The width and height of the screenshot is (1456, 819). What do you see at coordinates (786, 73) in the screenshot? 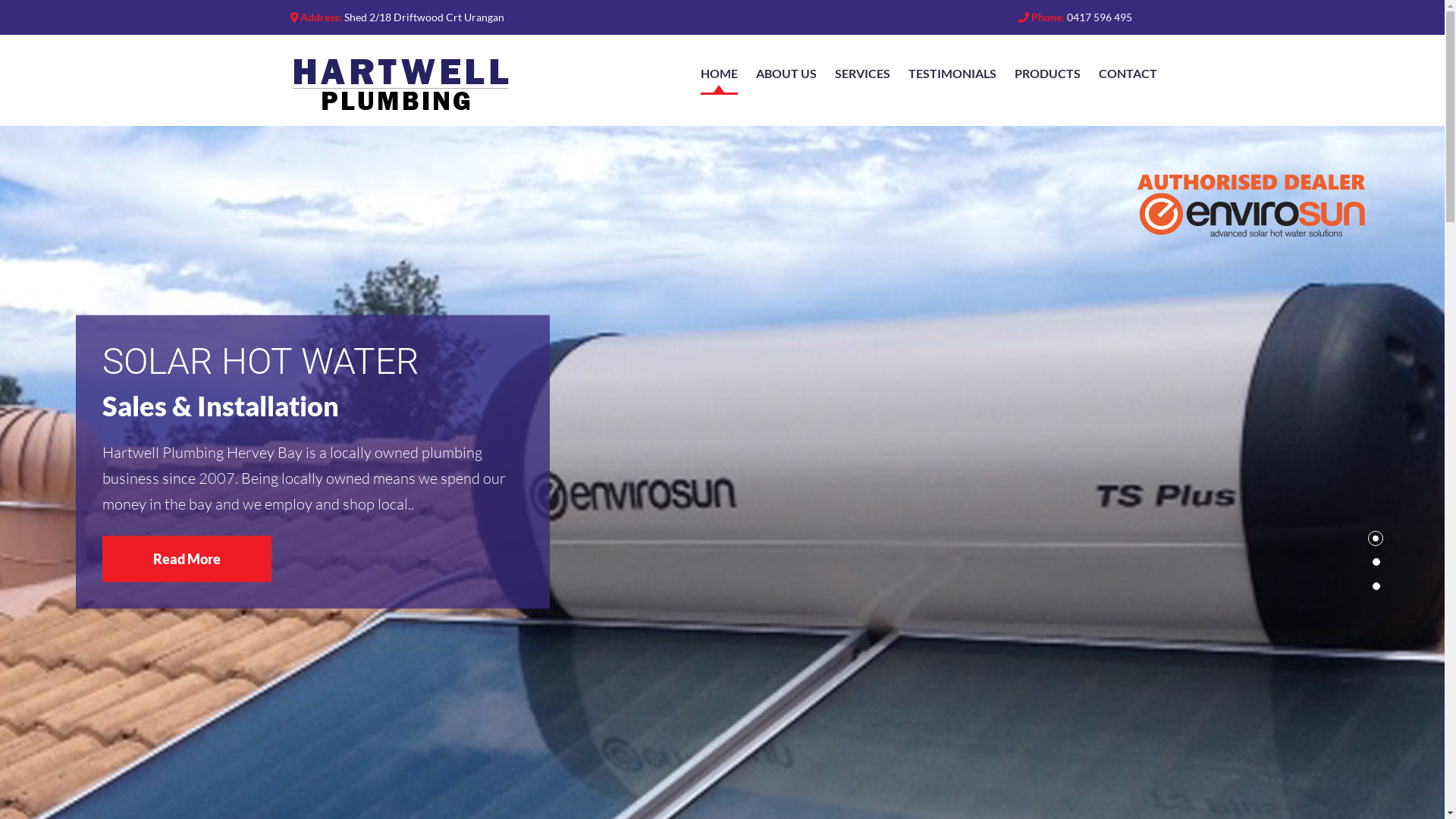
I see `'ABOUT US'` at bounding box center [786, 73].